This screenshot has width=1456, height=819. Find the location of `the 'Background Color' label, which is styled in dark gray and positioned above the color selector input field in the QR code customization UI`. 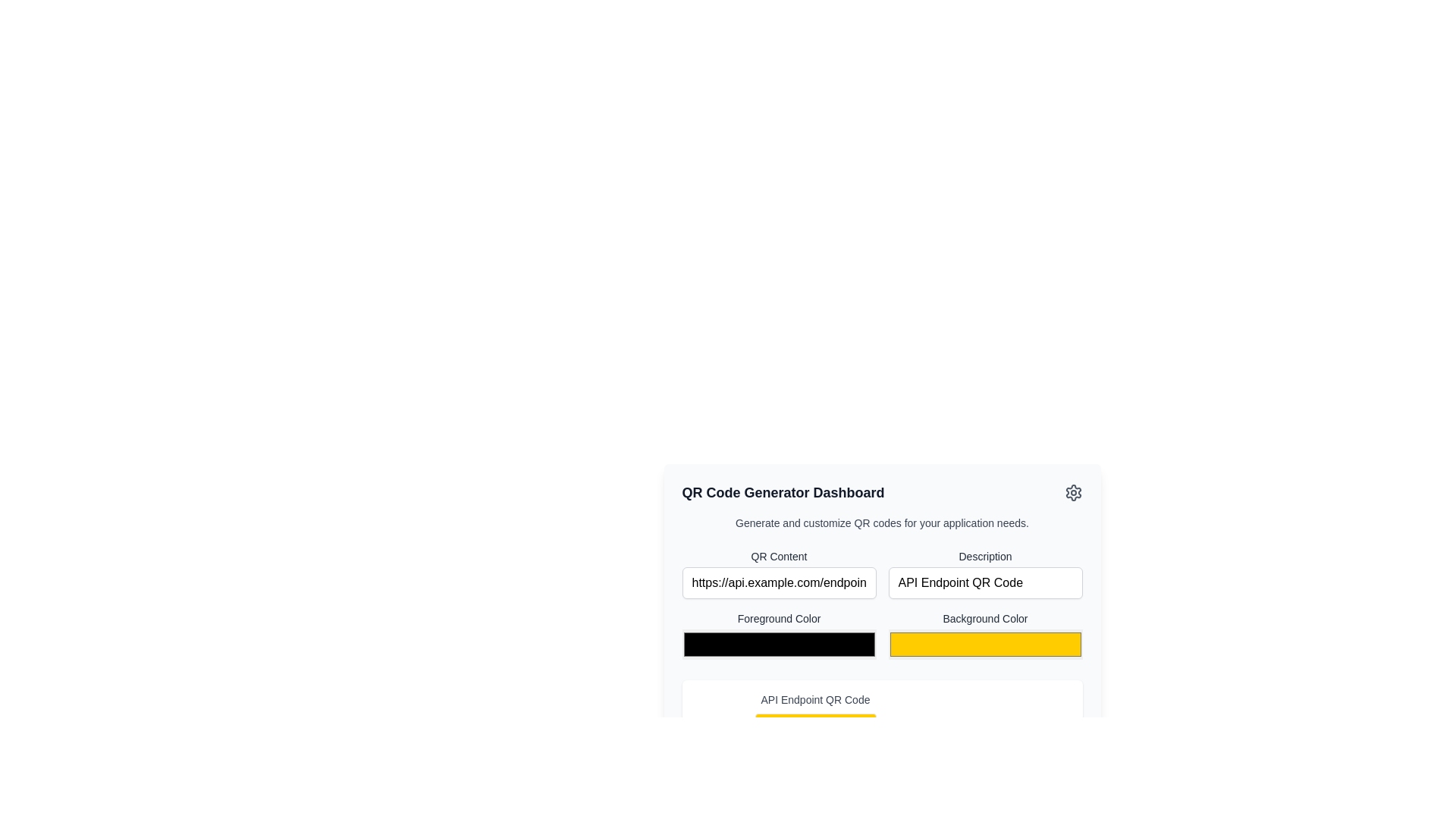

the 'Background Color' label, which is styled in dark gray and positioned above the color selector input field in the QR code customization UI is located at coordinates (985, 619).